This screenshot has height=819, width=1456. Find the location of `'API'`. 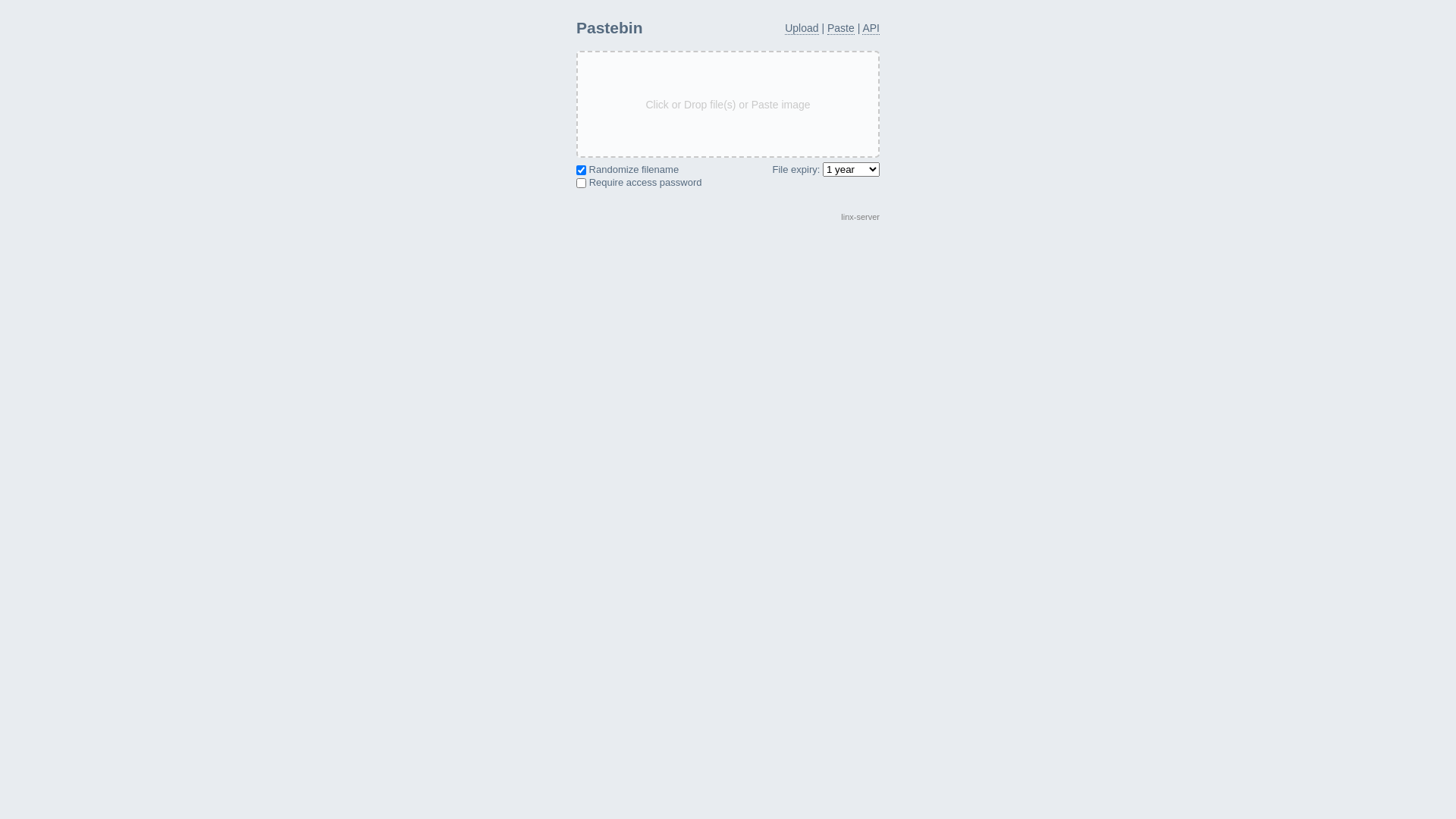

'API' is located at coordinates (871, 28).